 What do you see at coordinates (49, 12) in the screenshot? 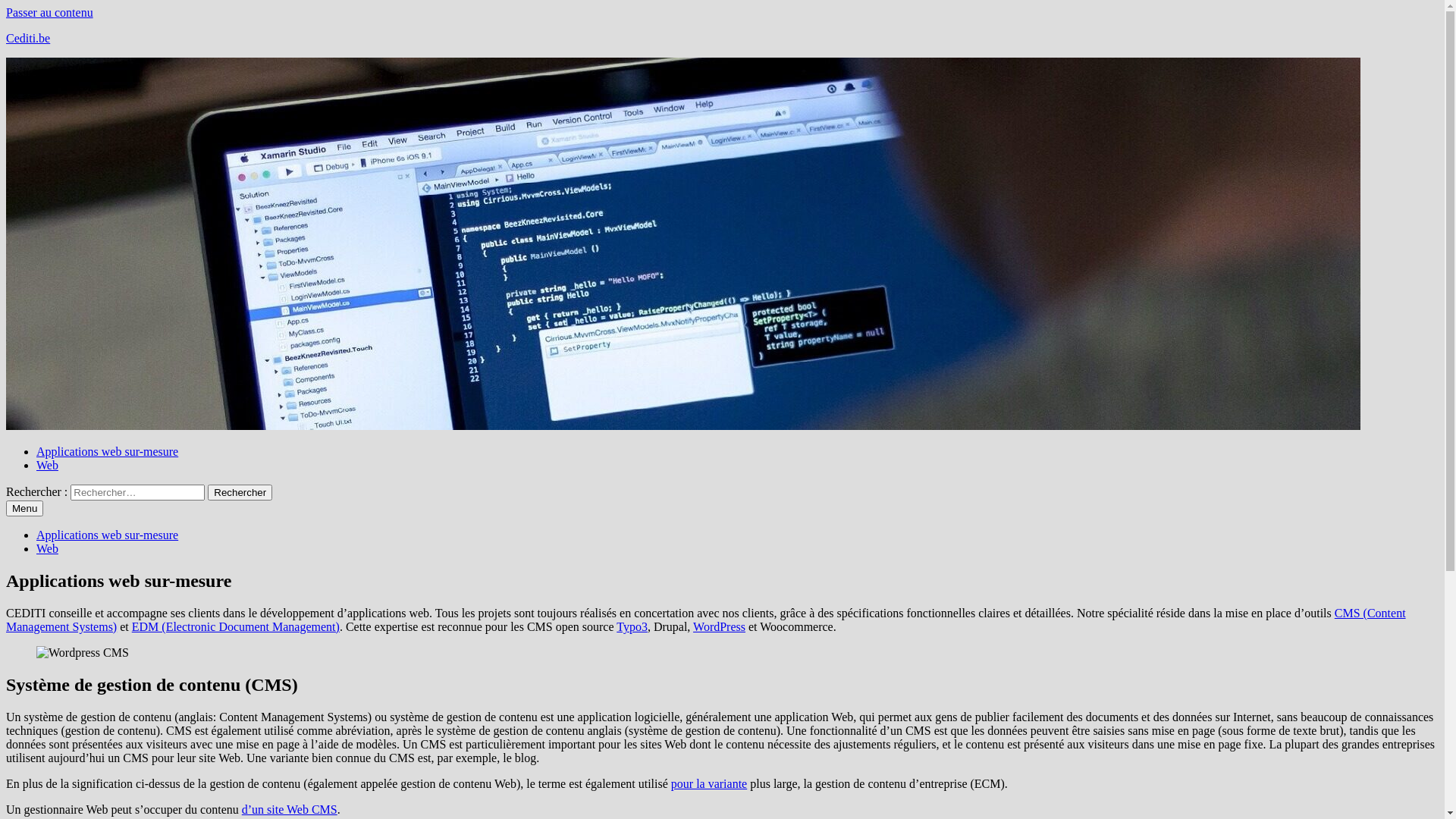
I see `'Passer au contenu'` at bounding box center [49, 12].